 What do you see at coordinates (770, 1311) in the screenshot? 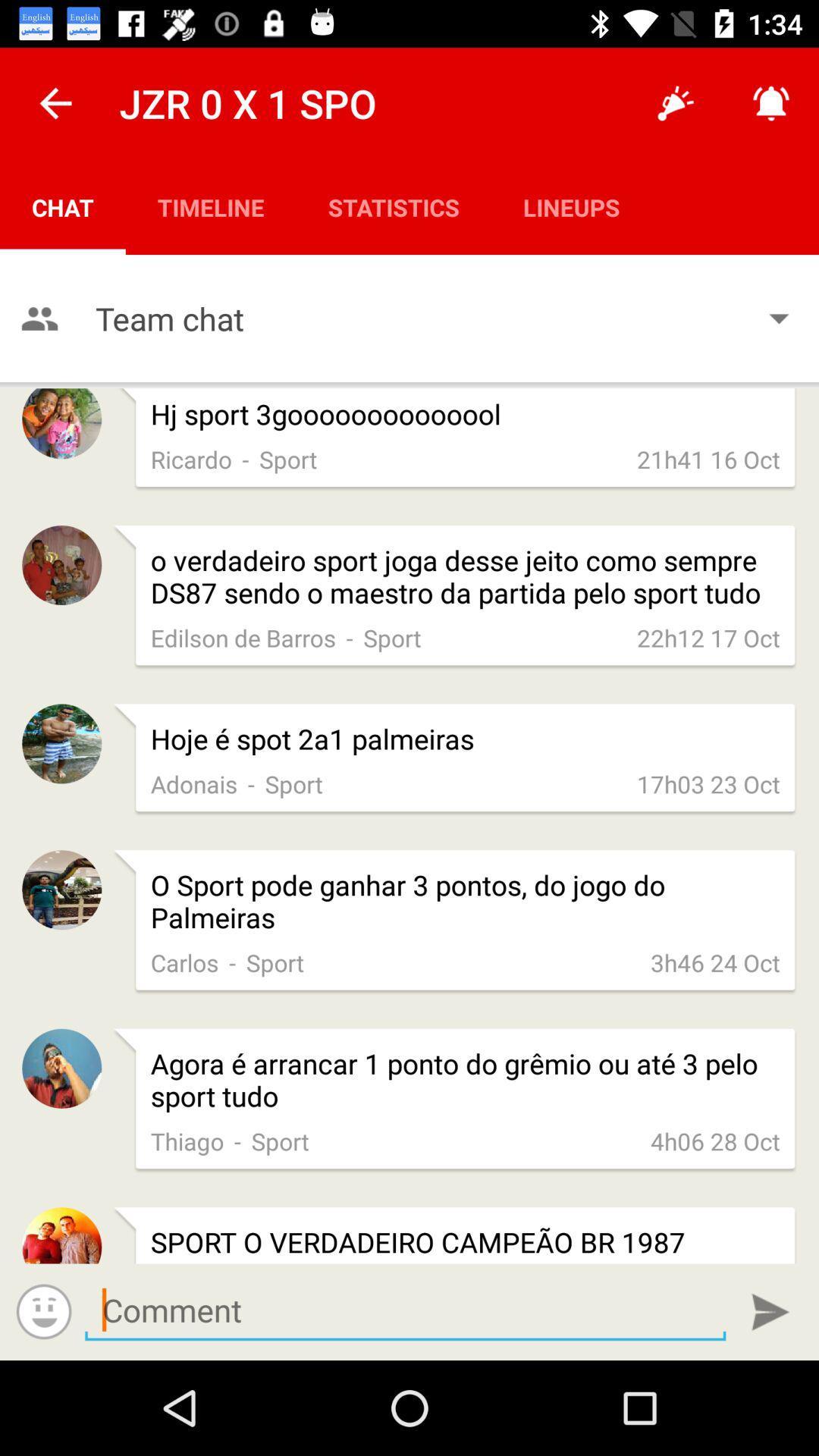
I see `post comment` at bounding box center [770, 1311].